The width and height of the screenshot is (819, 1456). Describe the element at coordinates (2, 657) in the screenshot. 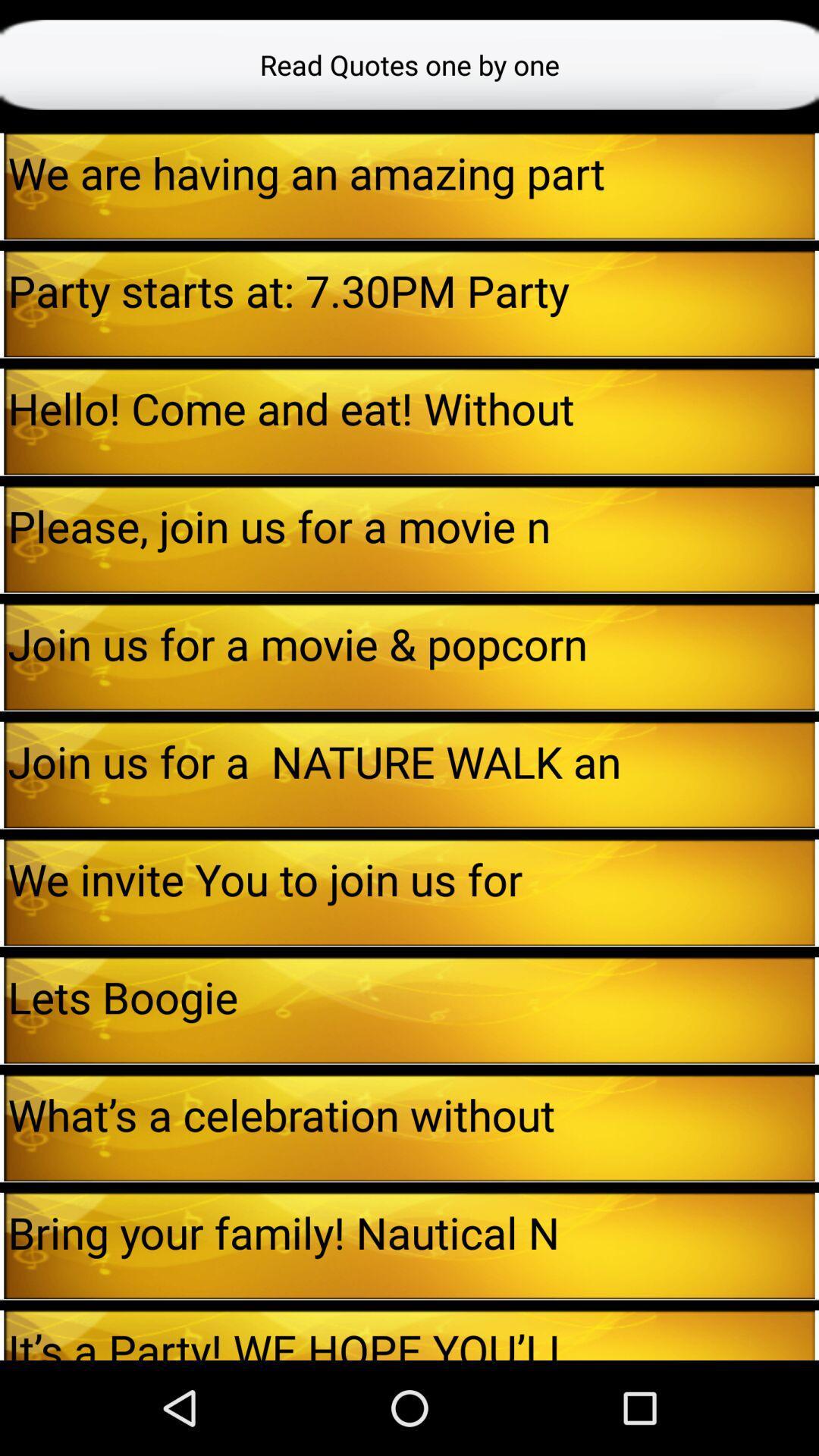

I see `the icon next to join us for app` at that location.